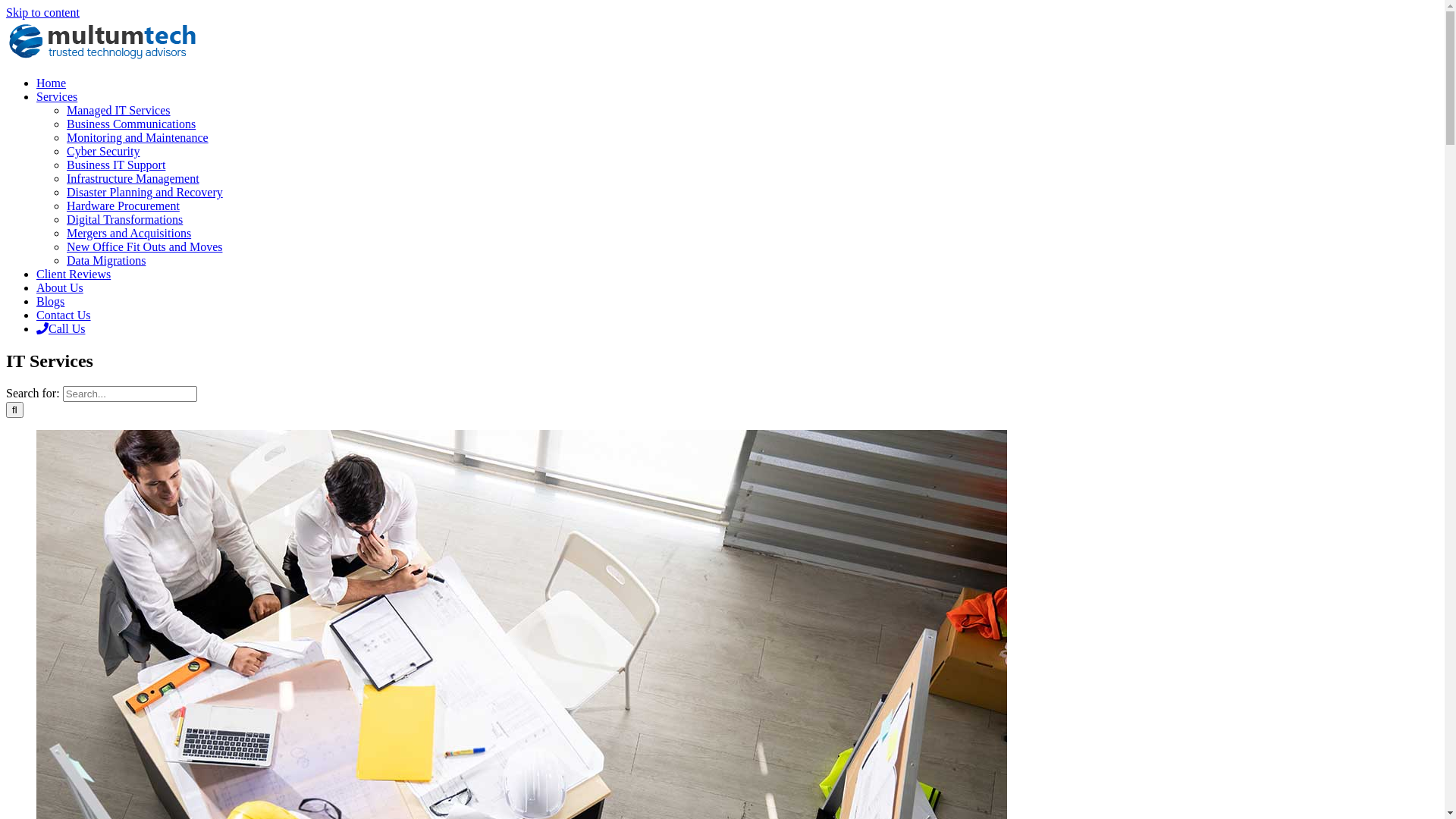 This screenshot has width=1456, height=819. Describe the element at coordinates (115, 165) in the screenshot. I see `'Business IT Support'` at that location.